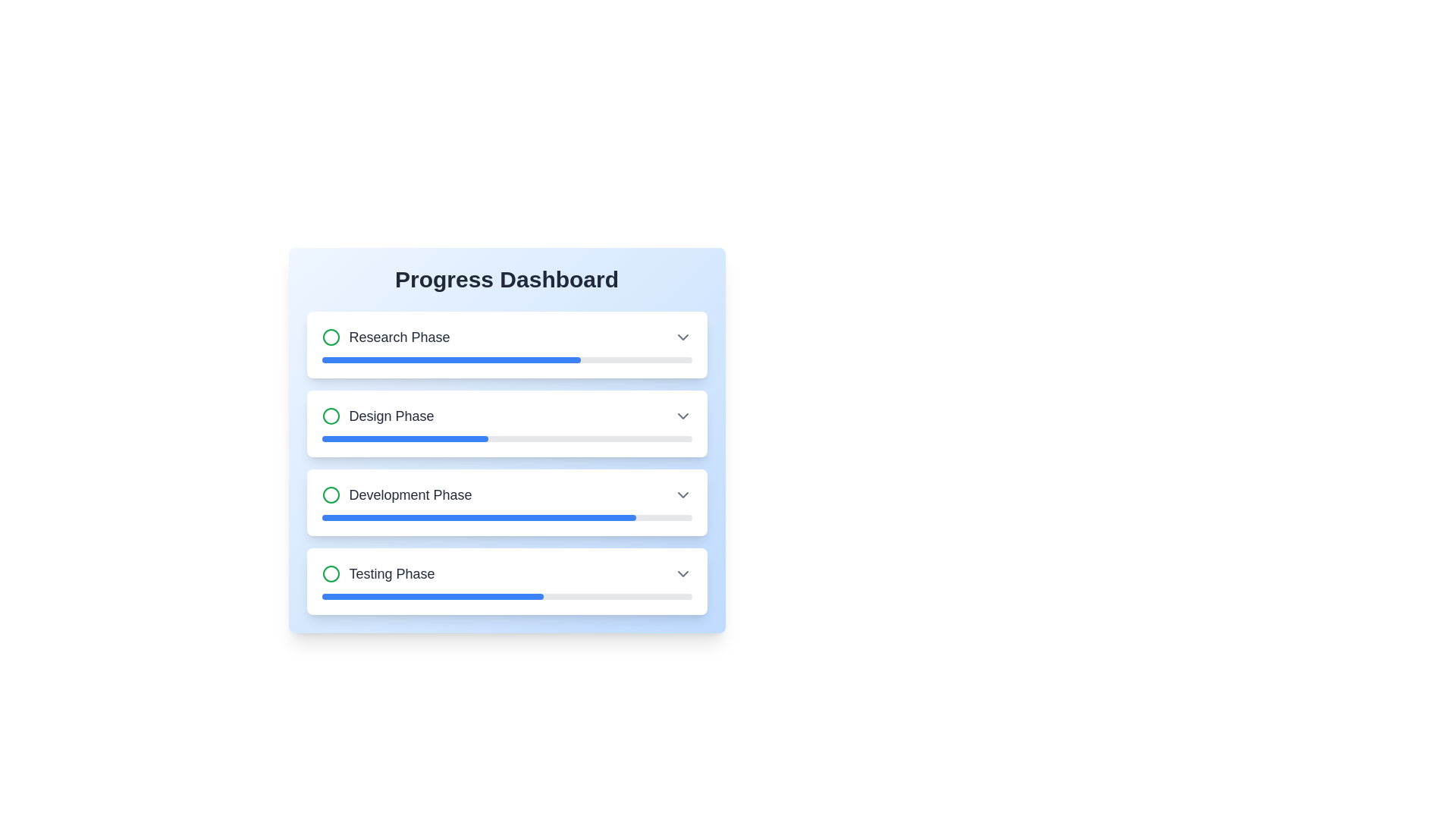 The image size is (1456, 819). I want to click on the circular icon representing the 'Development Phase' status within the dashboard's progress indicators, so click(330, 494).